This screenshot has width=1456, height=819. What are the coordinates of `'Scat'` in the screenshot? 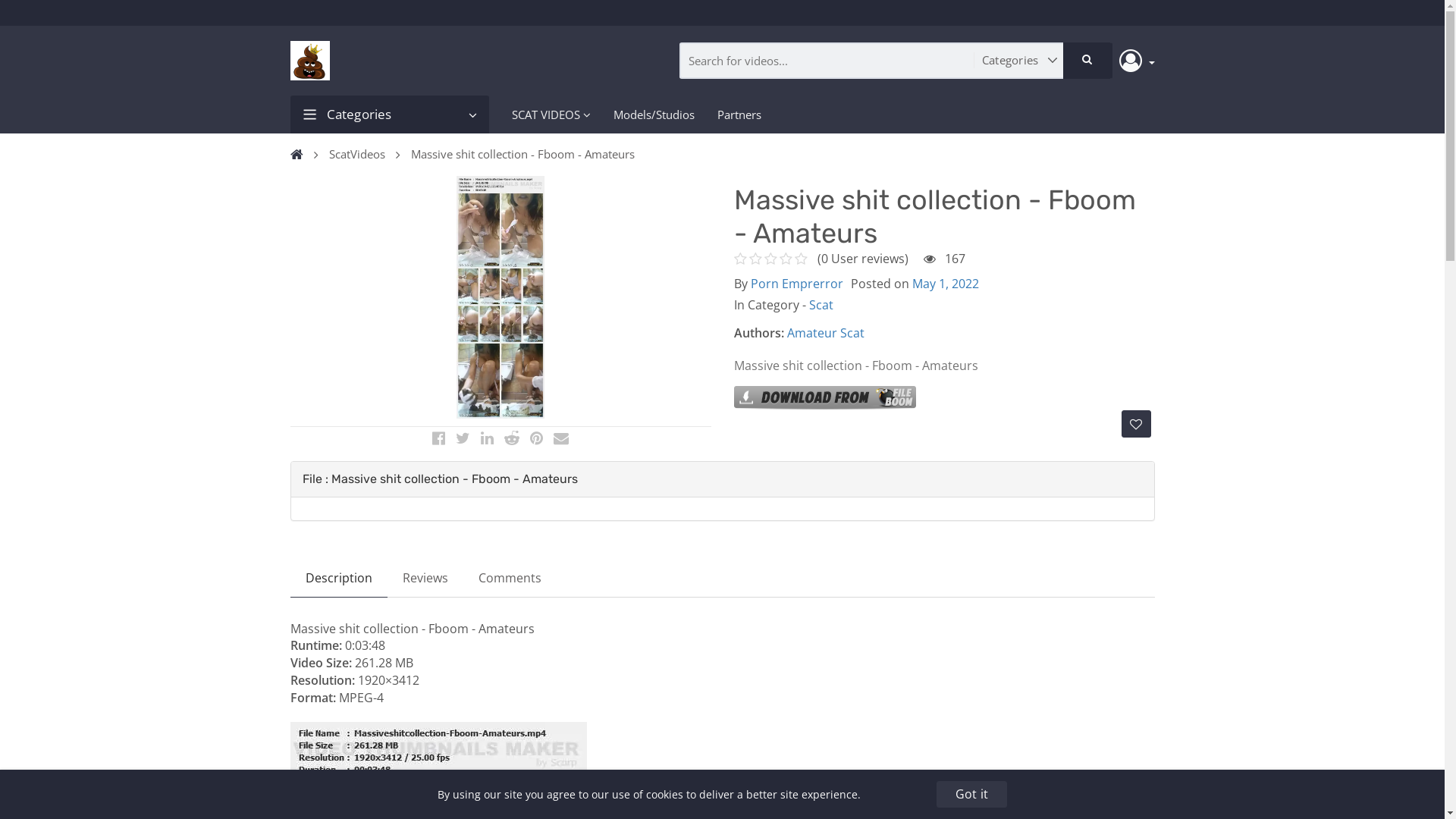 It's located at (819, 304).